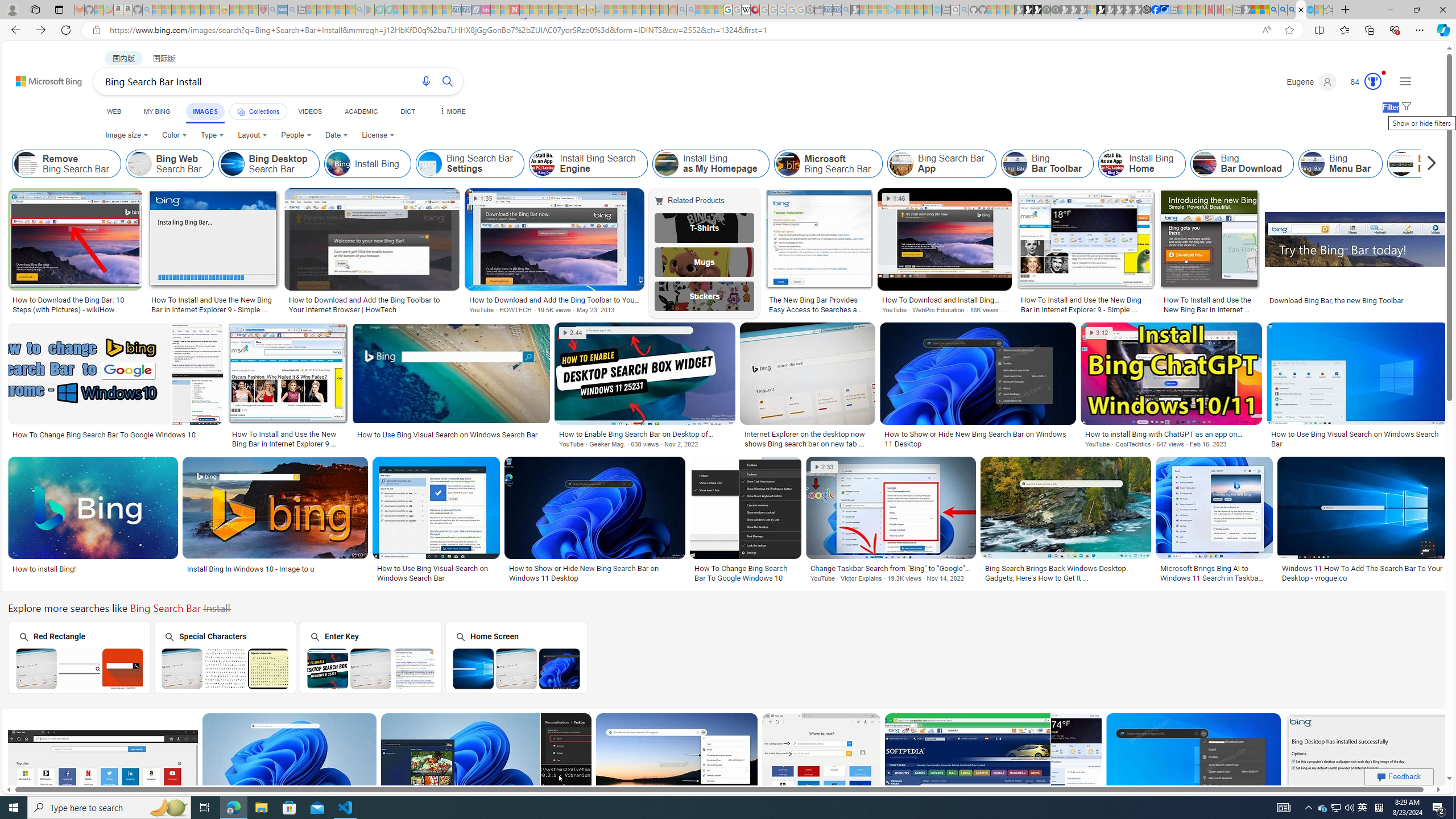  Describe the element at coordinates (173, 135) in the screenshot. I see `'Color'` at that location.